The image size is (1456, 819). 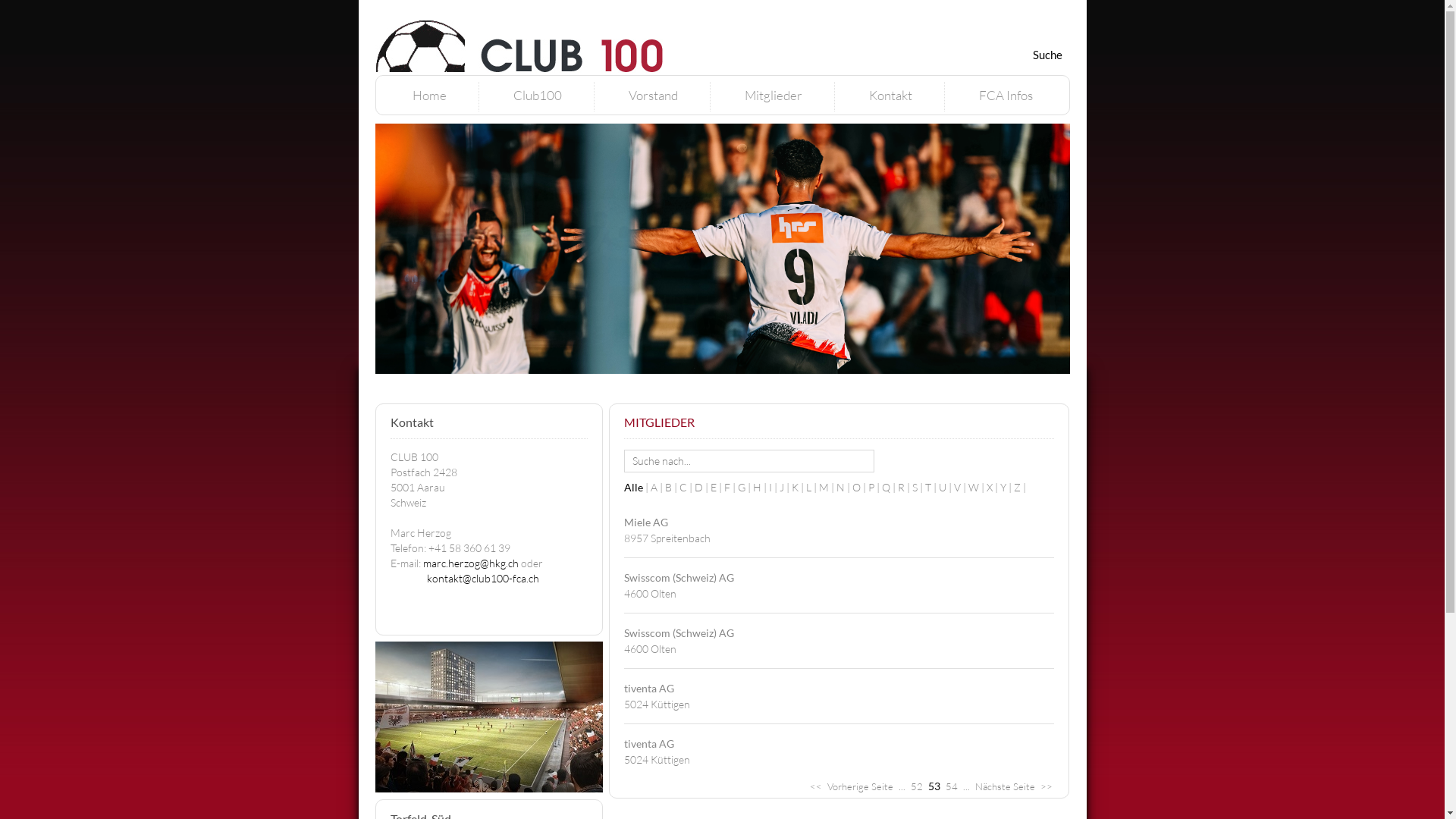 I want to click on 'tiventa AG', so click(x=648, y=688).